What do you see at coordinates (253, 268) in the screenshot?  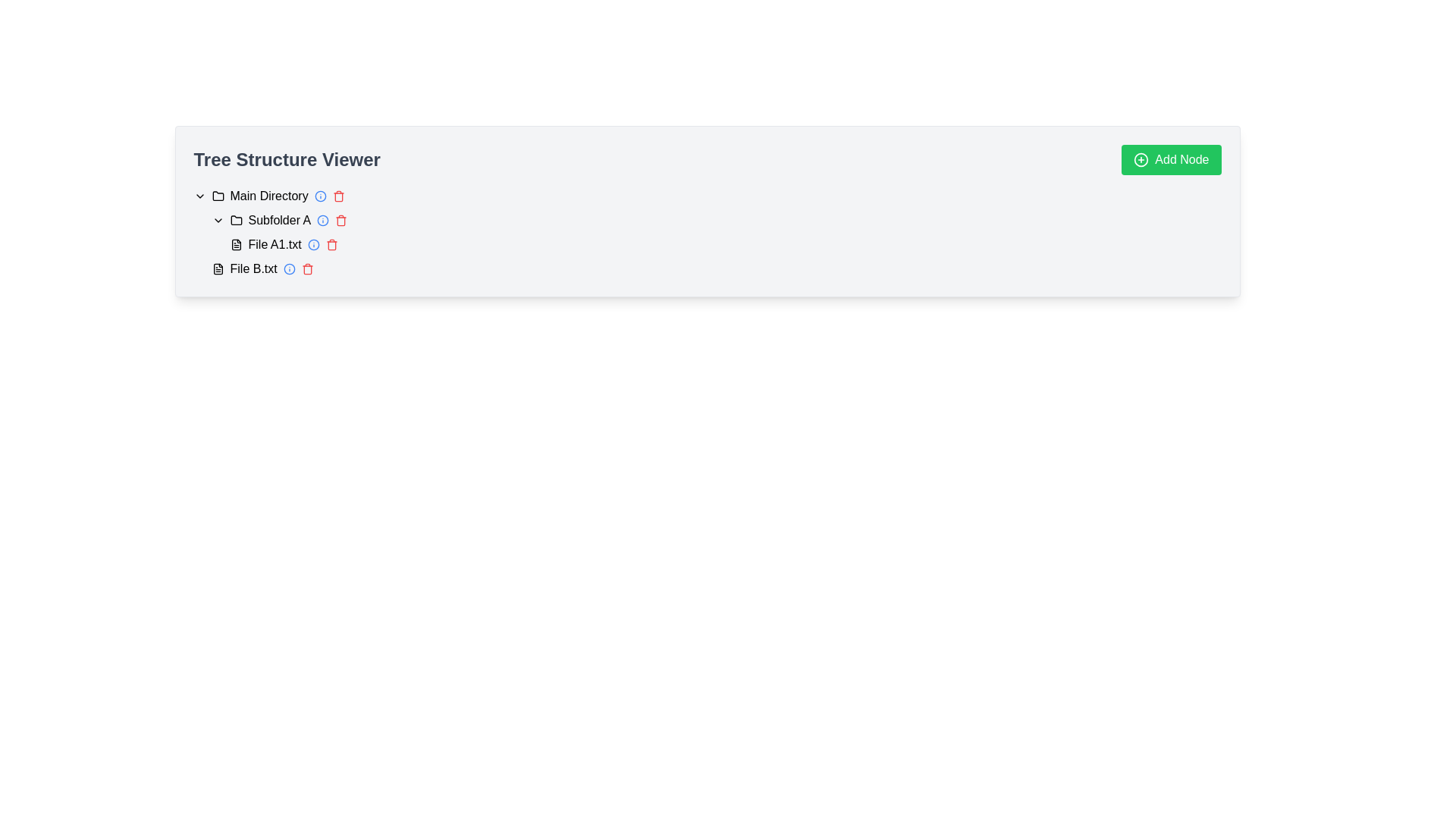 I see `the 'File B.txt' text label` at bounding box center [253, 268].